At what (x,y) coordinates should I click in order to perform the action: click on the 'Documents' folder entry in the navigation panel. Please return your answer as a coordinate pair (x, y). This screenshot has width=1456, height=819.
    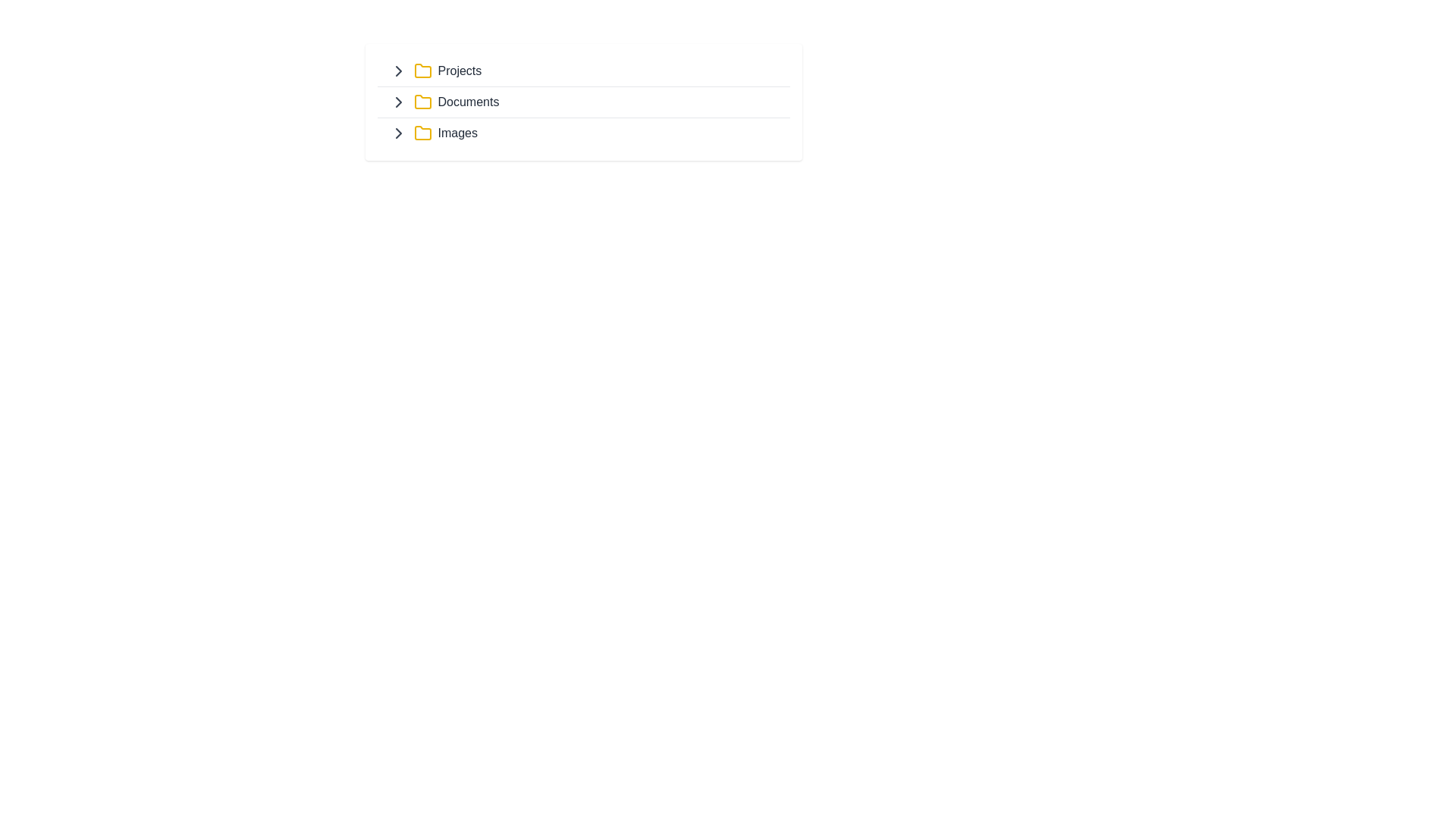
    Looking at the image, I should click on (582, 102).